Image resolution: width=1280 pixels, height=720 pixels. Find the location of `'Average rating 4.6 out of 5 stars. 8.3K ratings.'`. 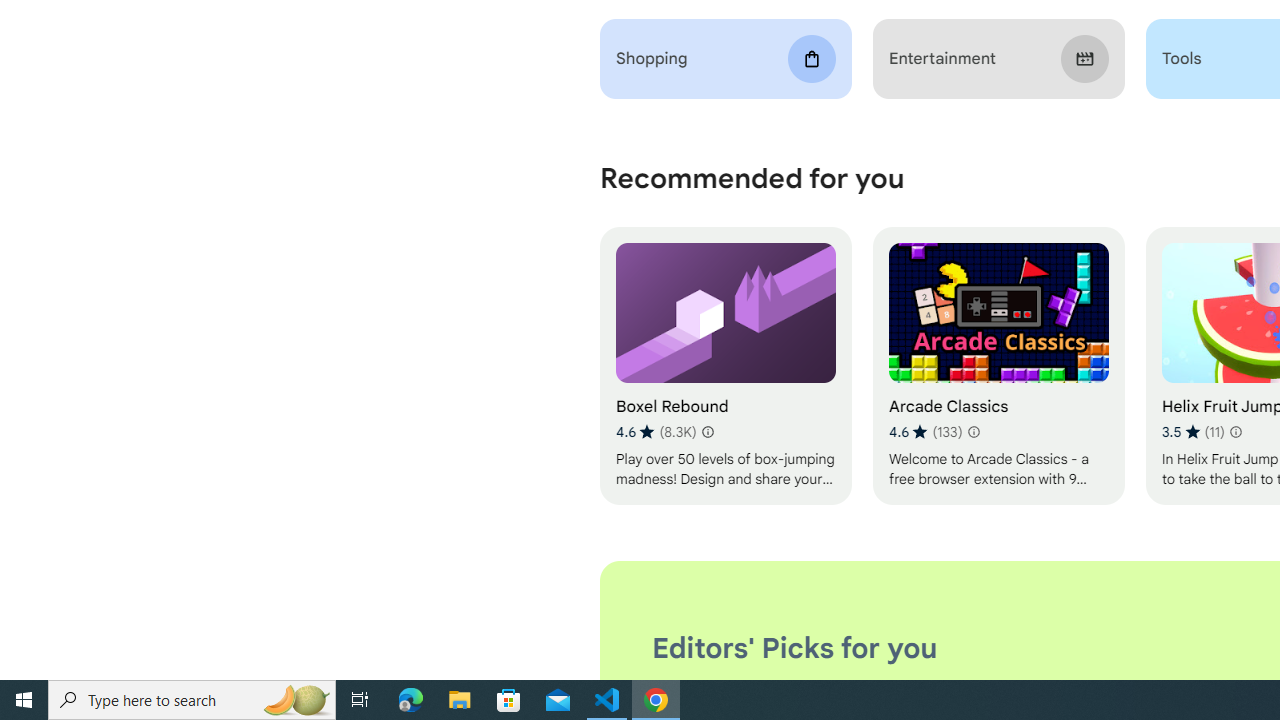

'Average rating 4.6 out of 5 stars. 8.3K ratings.' is located at coordinates (656, 431).